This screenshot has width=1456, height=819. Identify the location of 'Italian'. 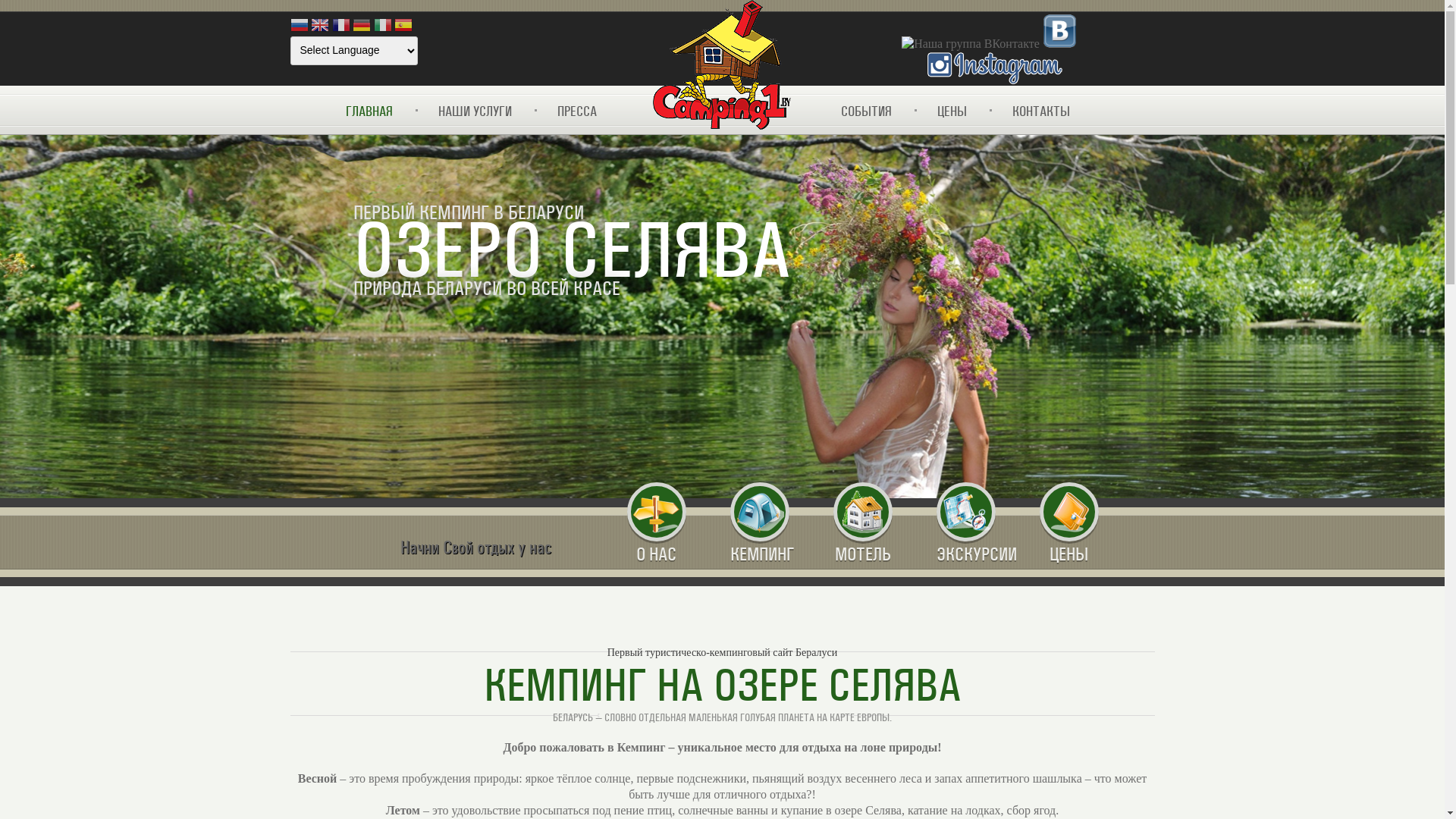
(382, 26).